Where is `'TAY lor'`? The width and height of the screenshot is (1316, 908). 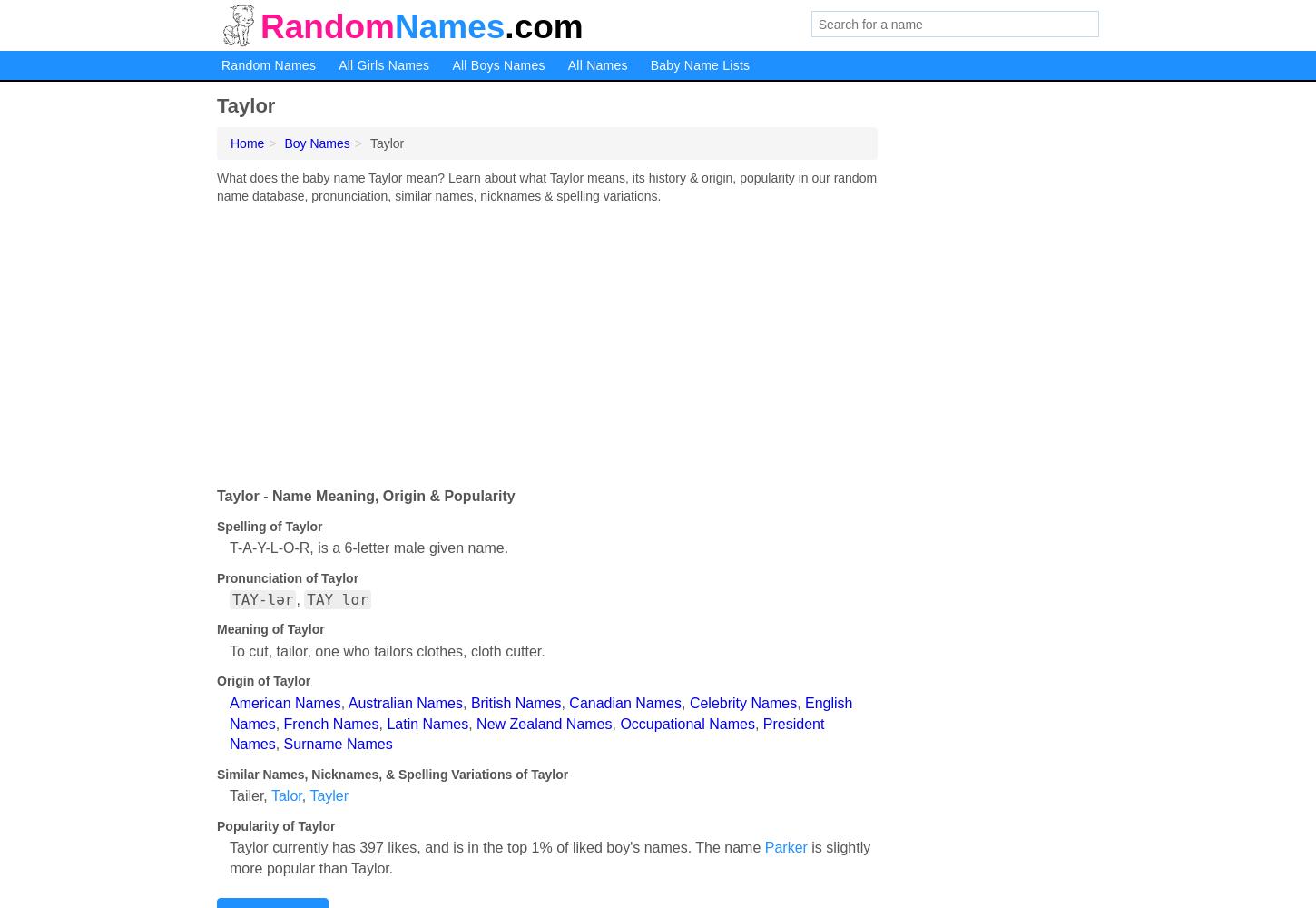 'TAY lor' is located at coordinates (336, 599).